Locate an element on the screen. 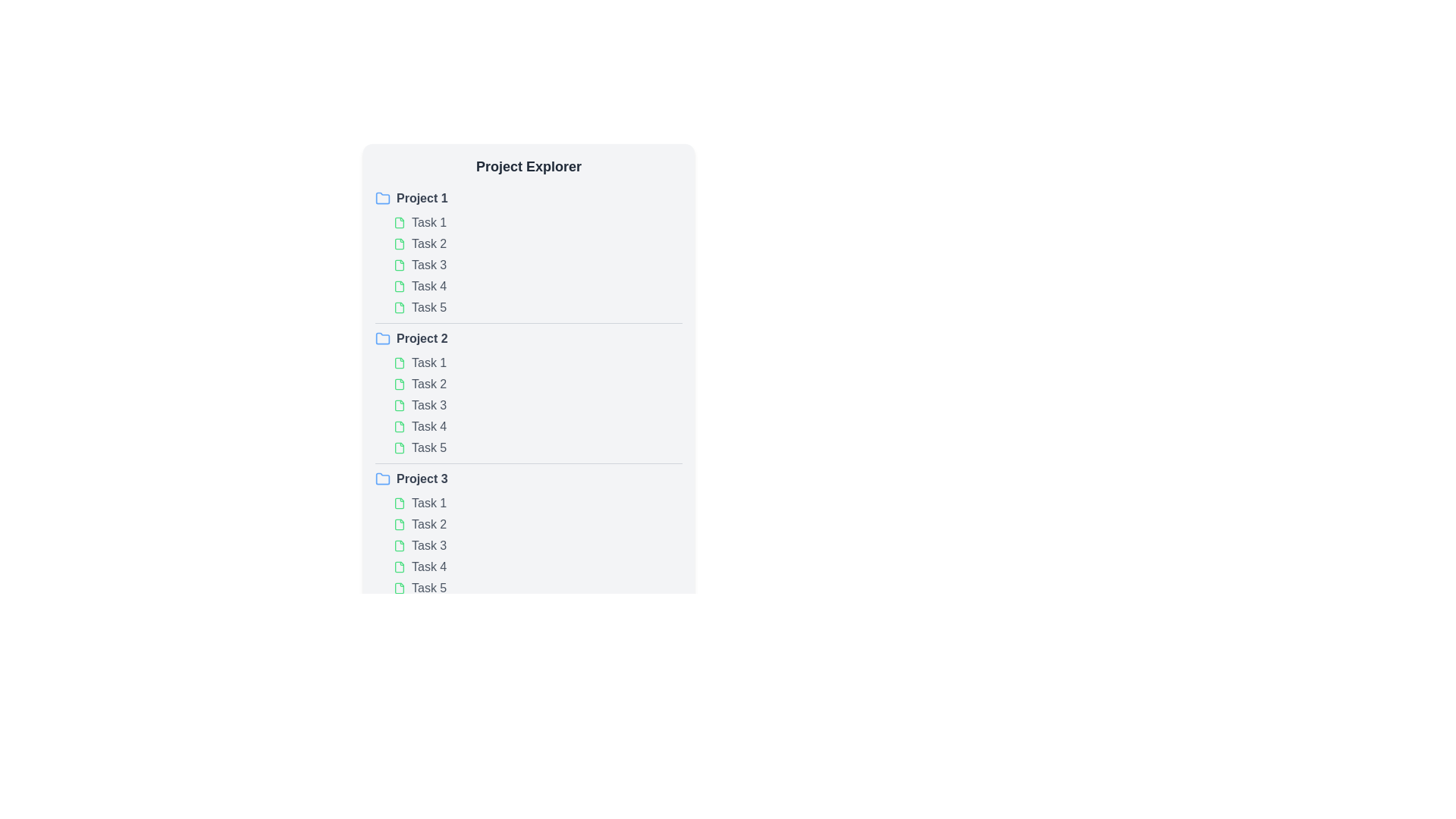 The height and width of the screenshot is (819, 1456). the first task entry in the 'Project 1' list is located at coordinates (538, 222).